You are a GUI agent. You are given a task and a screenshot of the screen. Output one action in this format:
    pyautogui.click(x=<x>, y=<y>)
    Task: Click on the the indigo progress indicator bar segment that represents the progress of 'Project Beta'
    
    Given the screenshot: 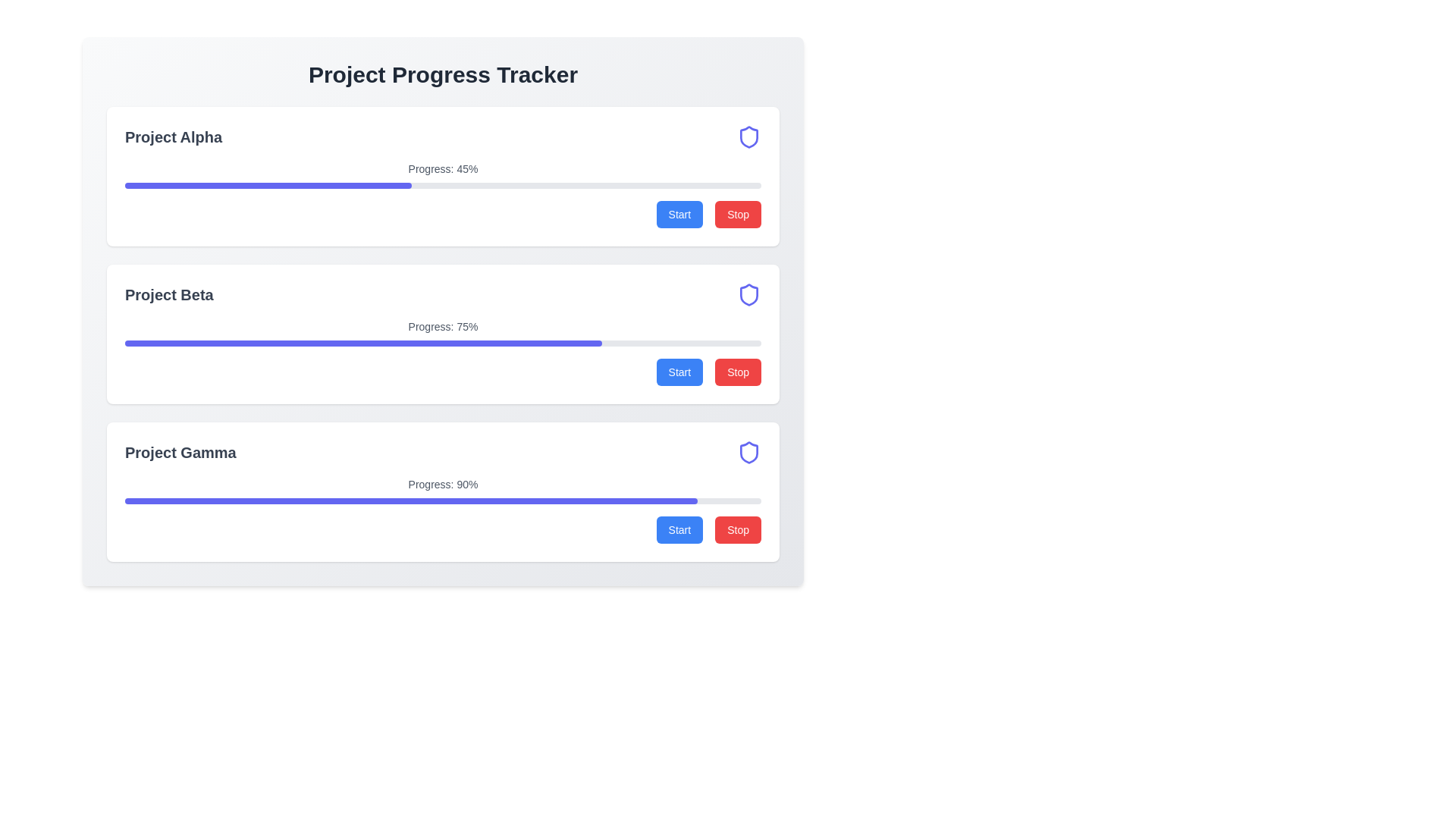 What is the action you would take?
    pyautogui.click(x=362, y=343)
    